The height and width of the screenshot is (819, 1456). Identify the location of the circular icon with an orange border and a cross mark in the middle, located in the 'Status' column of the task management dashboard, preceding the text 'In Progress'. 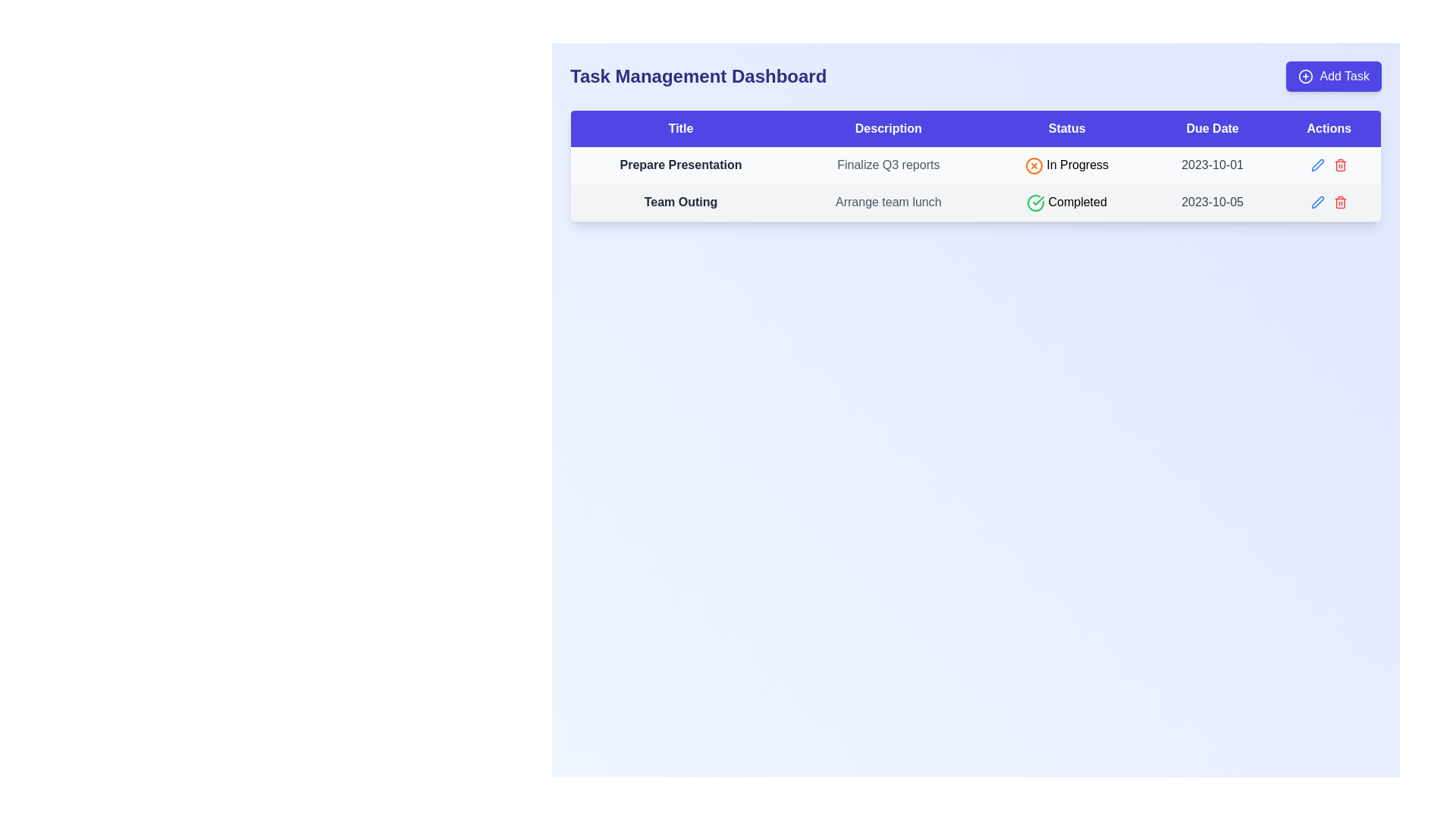
(1034, 165).